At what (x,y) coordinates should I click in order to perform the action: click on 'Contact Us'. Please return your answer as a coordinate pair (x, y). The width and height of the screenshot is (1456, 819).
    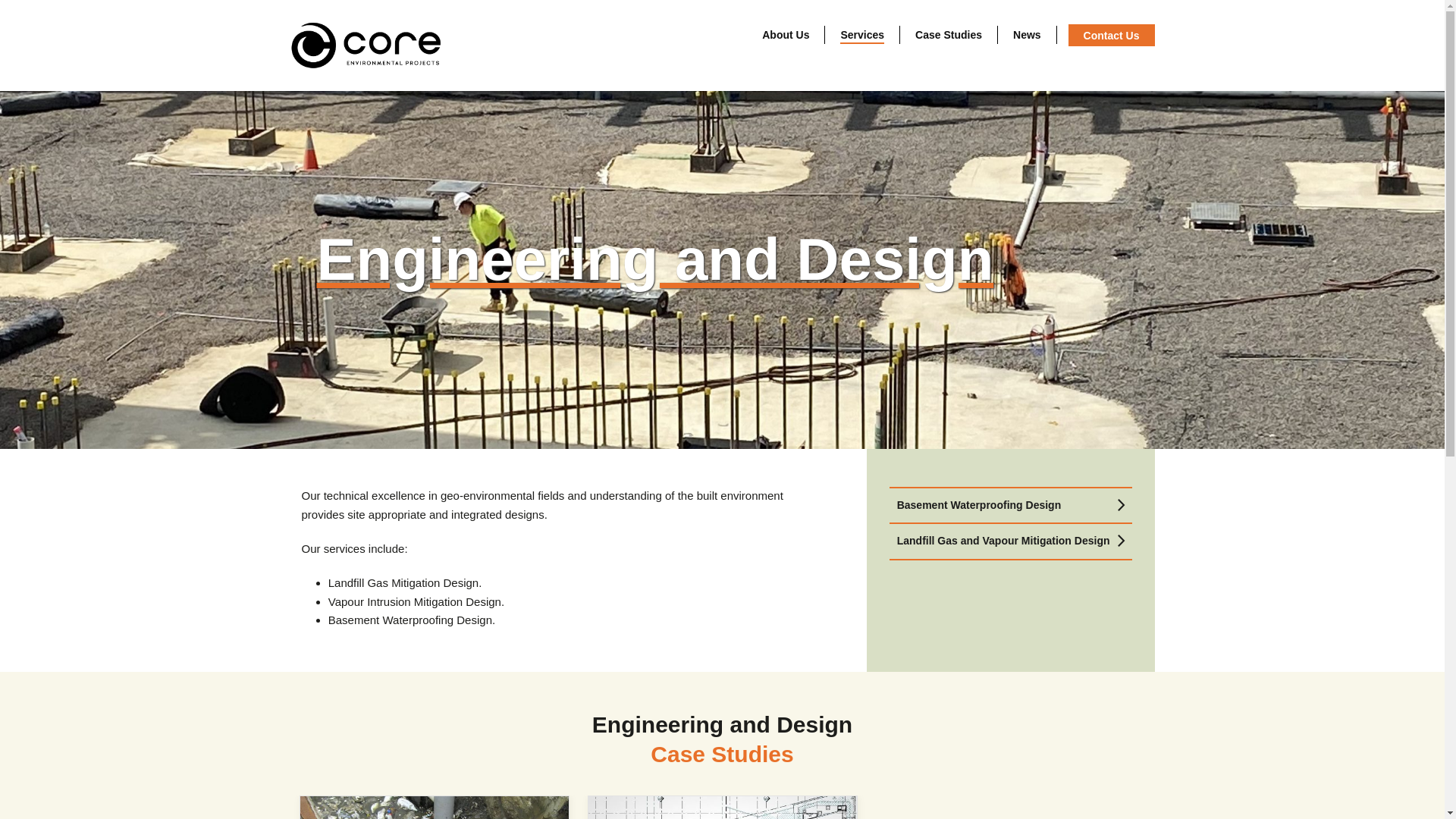
    Looking at the image, I should click on (1111, 34).